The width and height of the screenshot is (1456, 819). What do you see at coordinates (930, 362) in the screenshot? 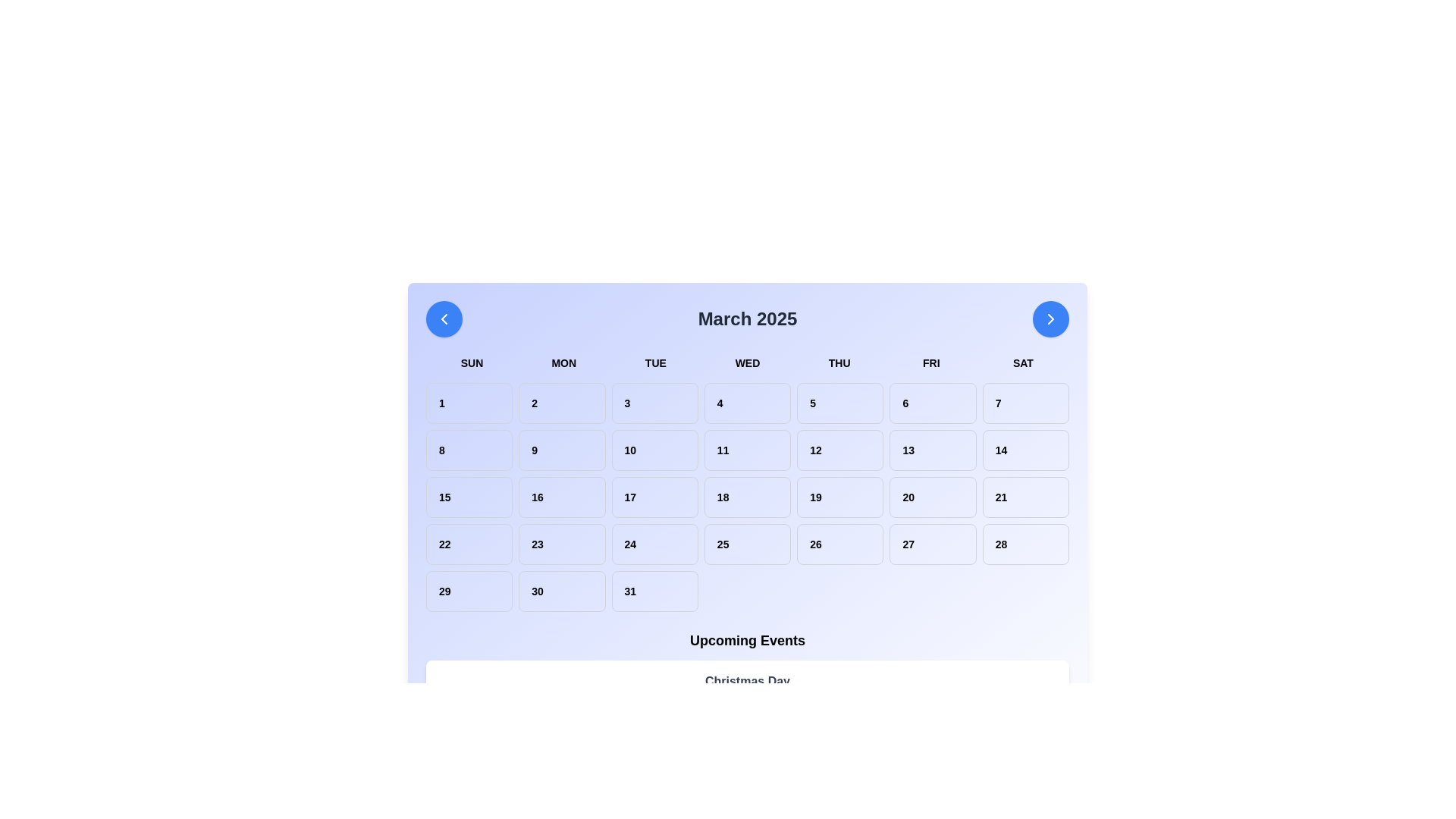
I see `the static text label for Fridays in the calendar grid to help users identify the corresponding dates` at bounding box center [930, 362].